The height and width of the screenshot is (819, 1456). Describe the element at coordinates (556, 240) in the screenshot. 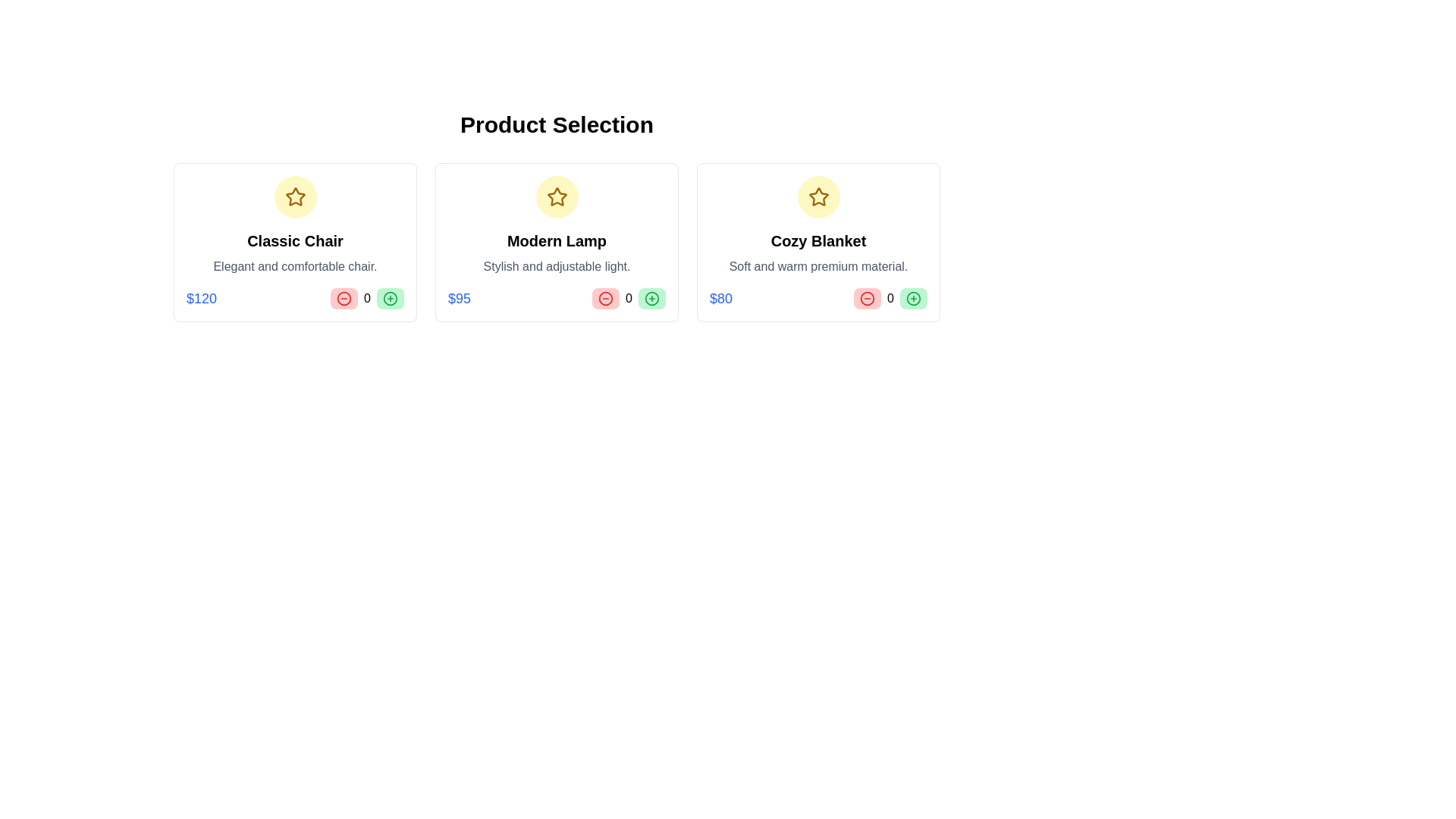

I see `the static text element labeled 'Modern Lamp'` at that location.